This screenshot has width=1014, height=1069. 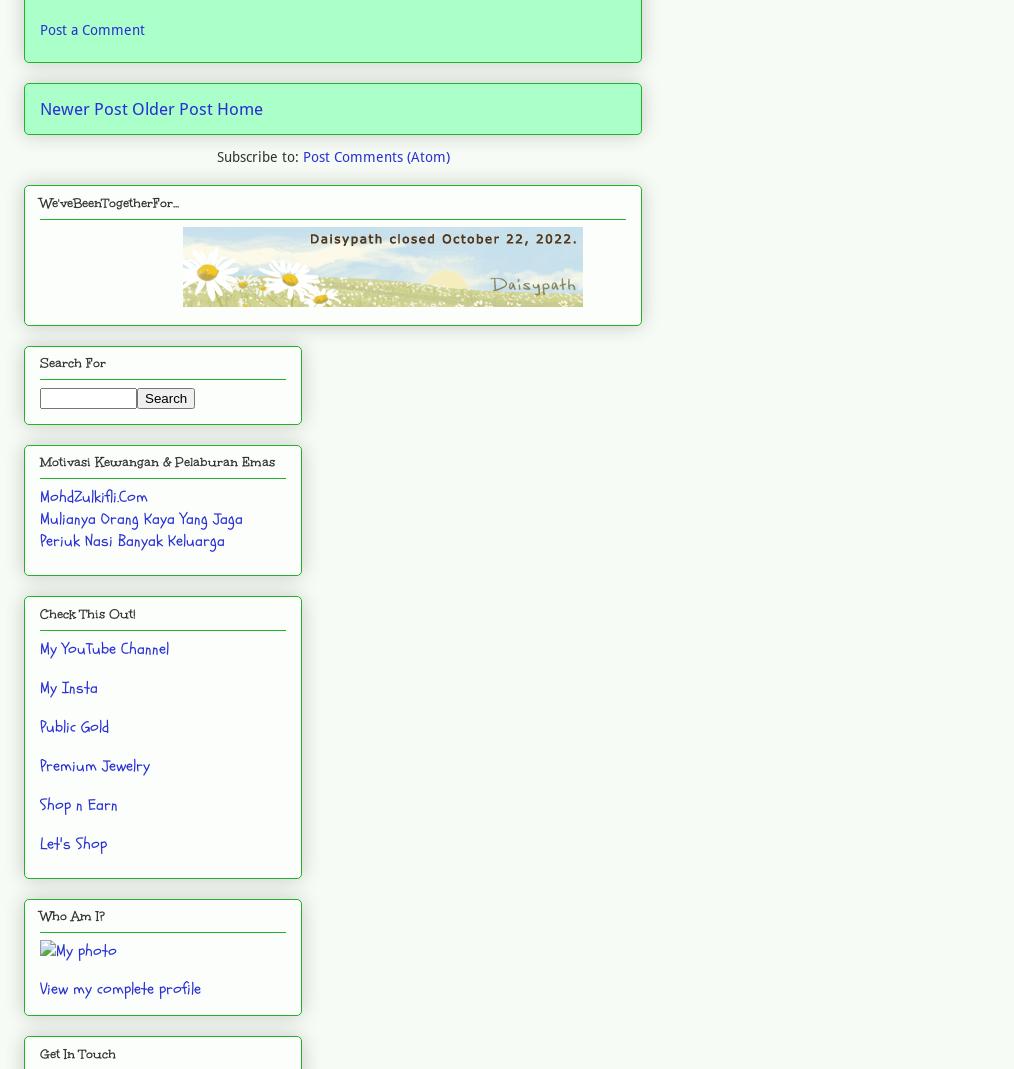 What do you see at coordinates (76, 1052) in the screenshot?
I see `'Get In Touch'` at bounding box center [76, 1052].